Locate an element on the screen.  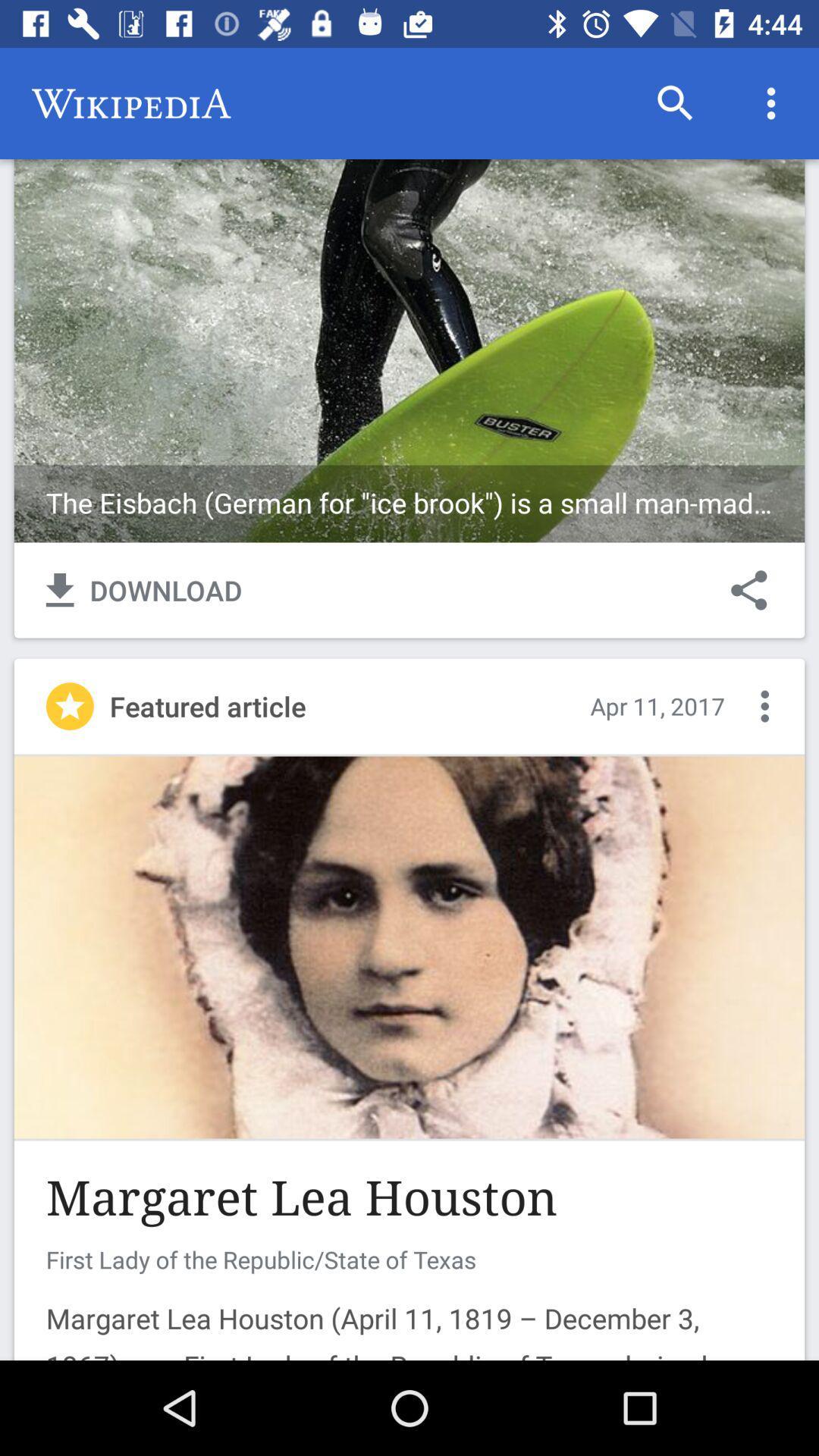
icon above the the eisbach german icon is located at coordinates (771, 102).